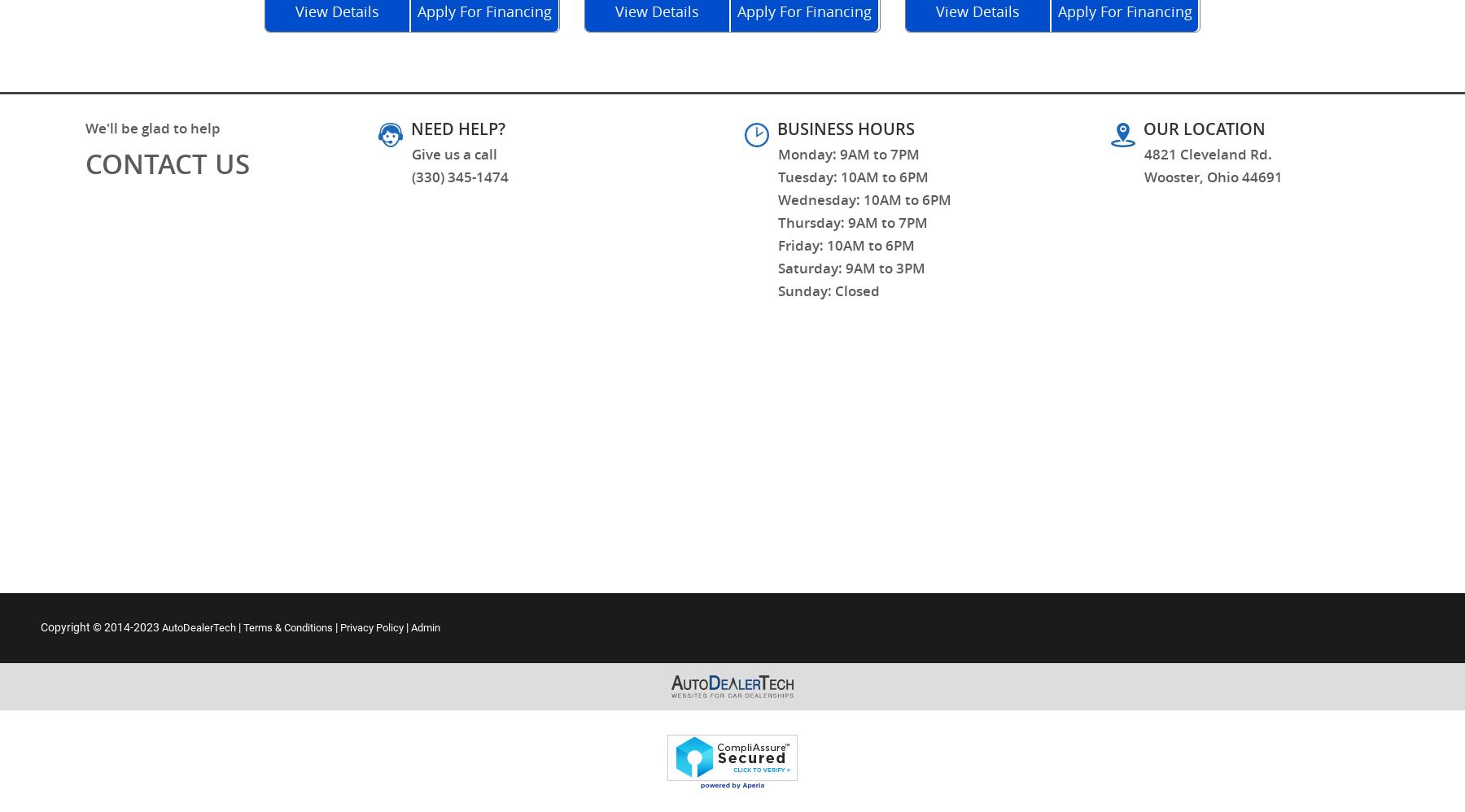 The image size is (1465, 812). What do you see at coordinates (460, 176) in the screenshot?
I see `'(330) 345-1474'` at bounding box center [460, 176].